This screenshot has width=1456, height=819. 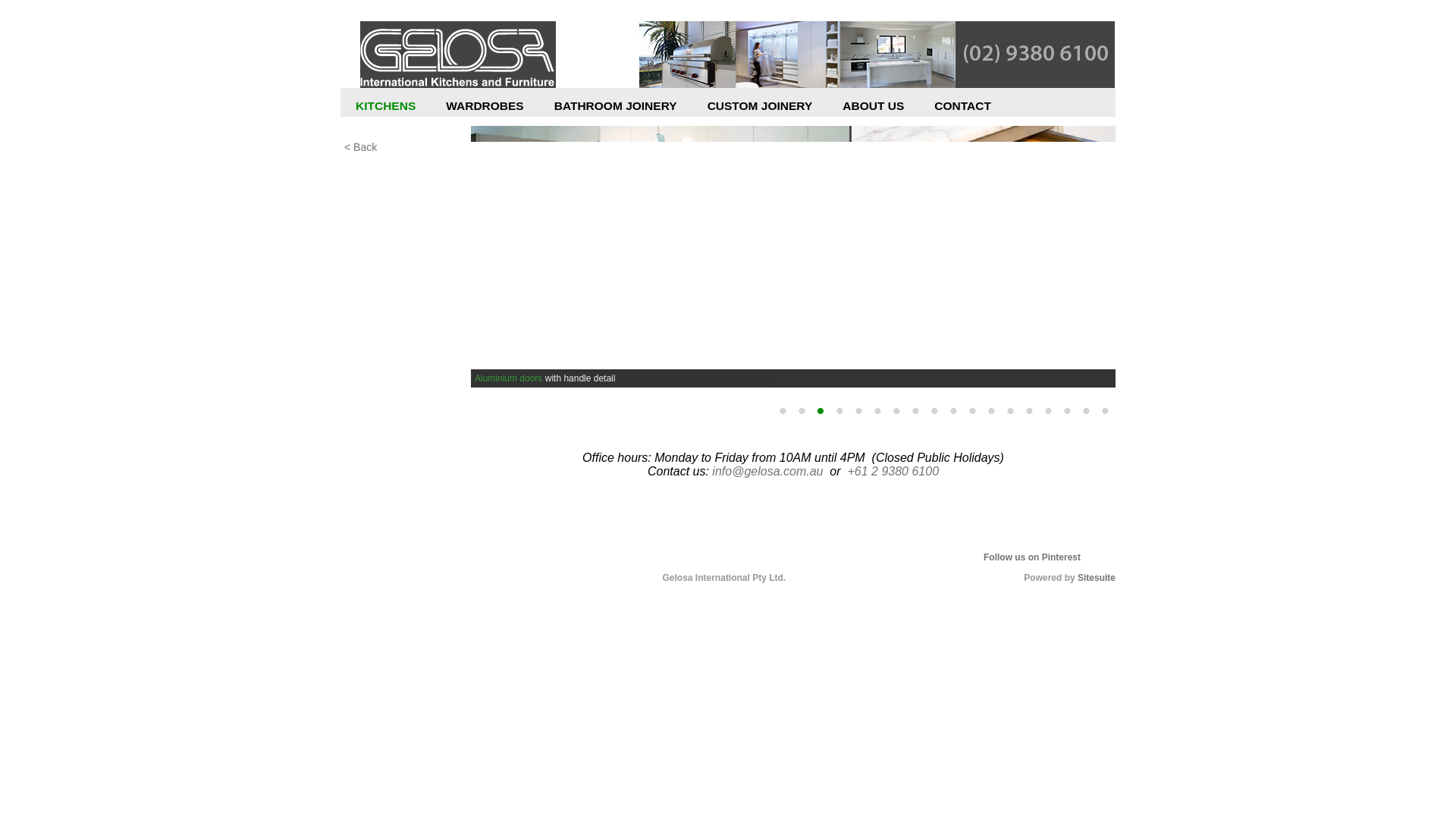 What do you see at coordinates (774, 411) in the screenshot?
I see `'1'` at bounding box center [774, 411].